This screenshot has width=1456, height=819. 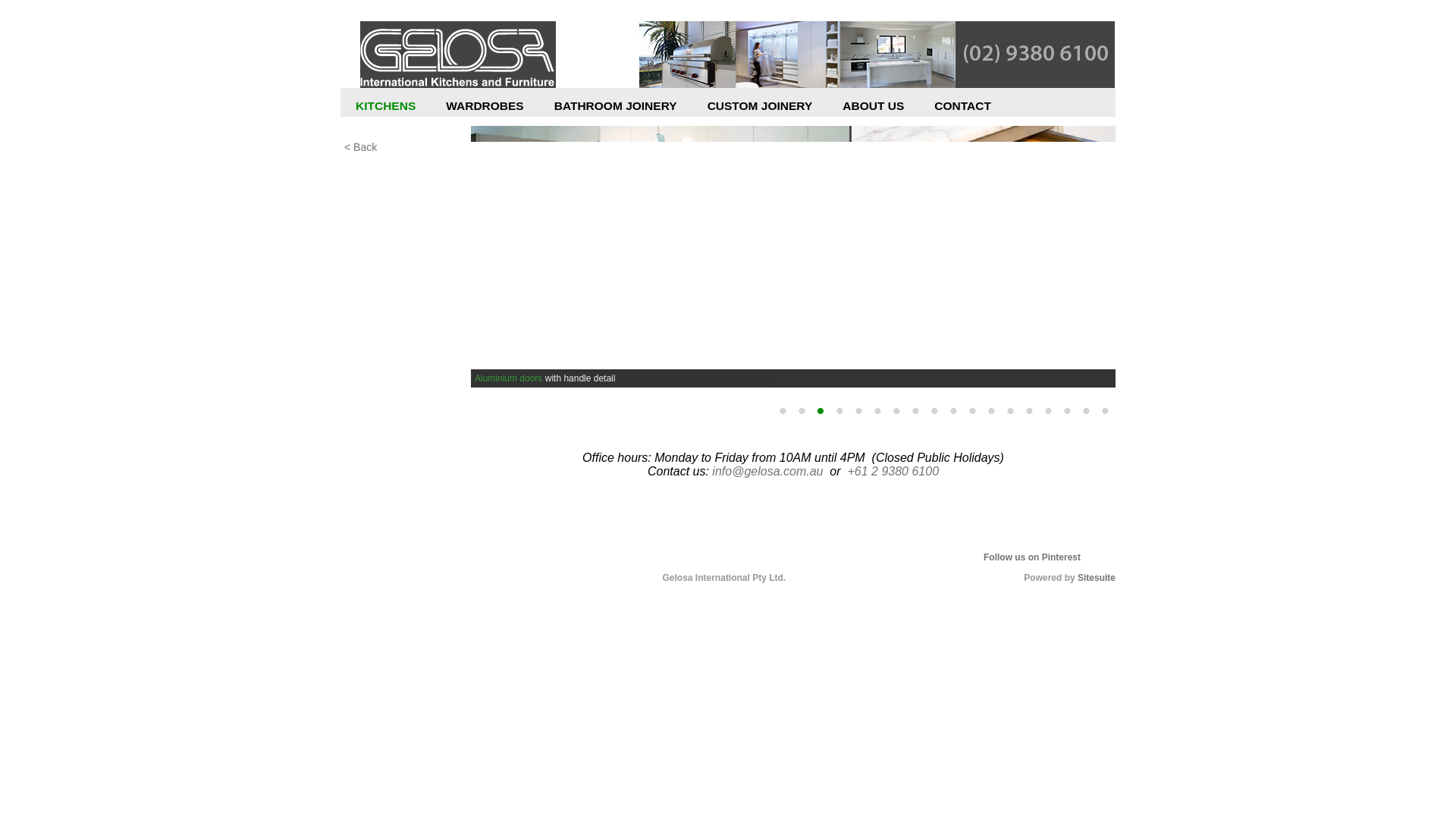 What do you see at coordinates (774, 411) in the screenshot?
I see `'1'` at bounding box center [774, 411].